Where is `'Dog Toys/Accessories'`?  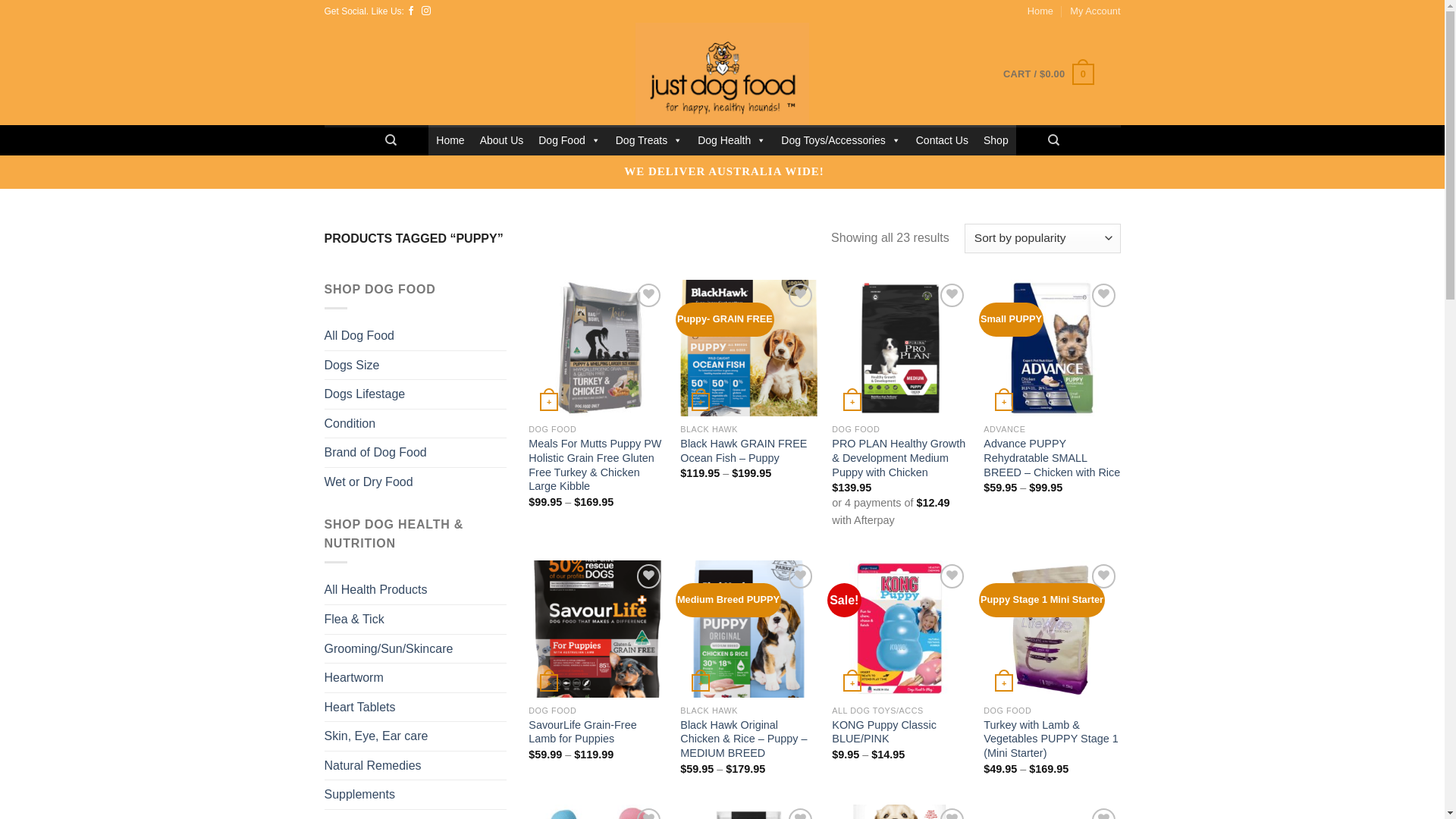 'Dog Toys/Accessories' is located at coordinates (839, 140).